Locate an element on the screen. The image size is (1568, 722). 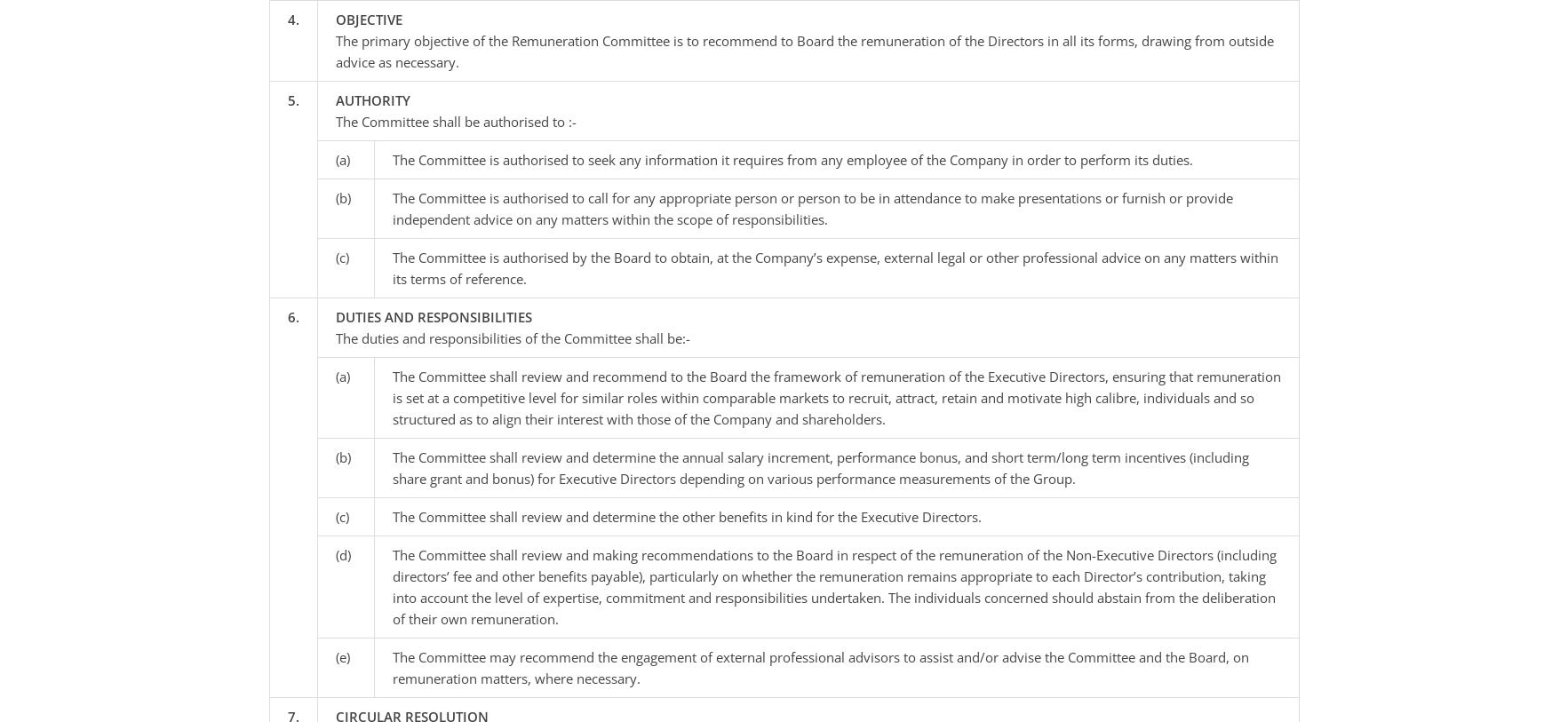
'6.' is located at coordinates (291, 315).